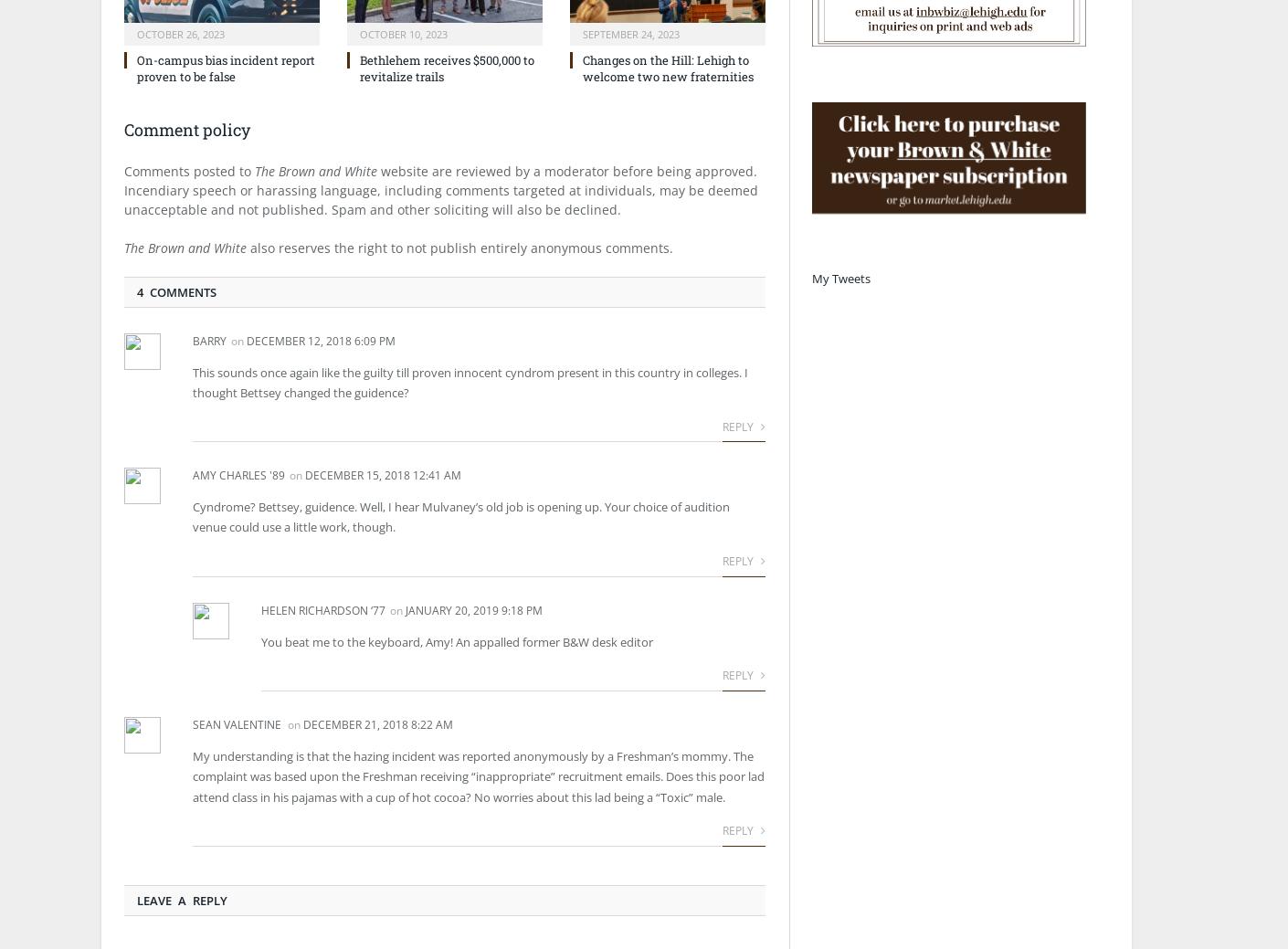  I want to click on 'September 24, 2023', so click(631, 33).